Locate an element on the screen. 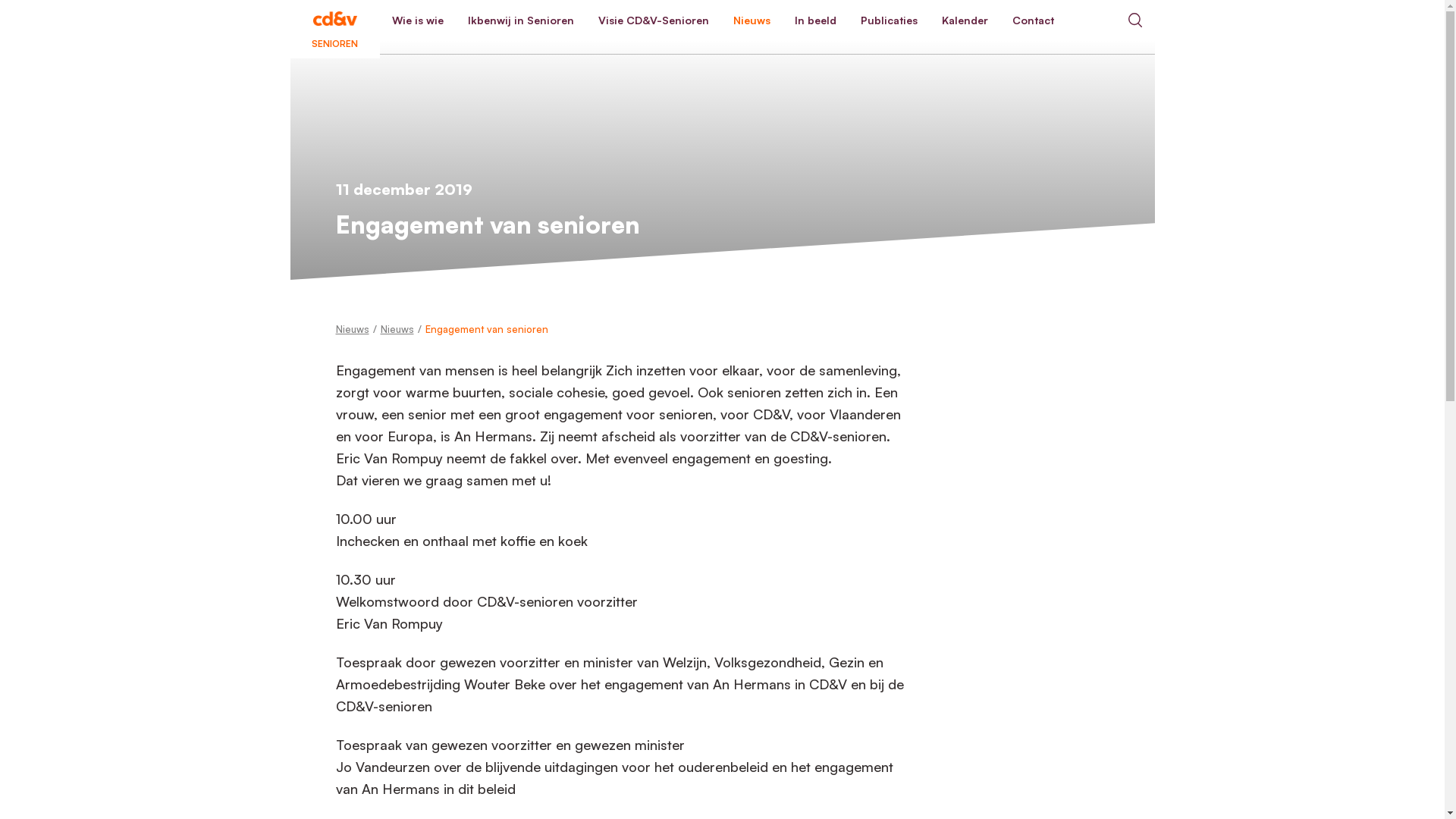 Image resolution: width=1456 pixels, height=819 pixels. 'Publicaties' is located at coordinates (888, 20).